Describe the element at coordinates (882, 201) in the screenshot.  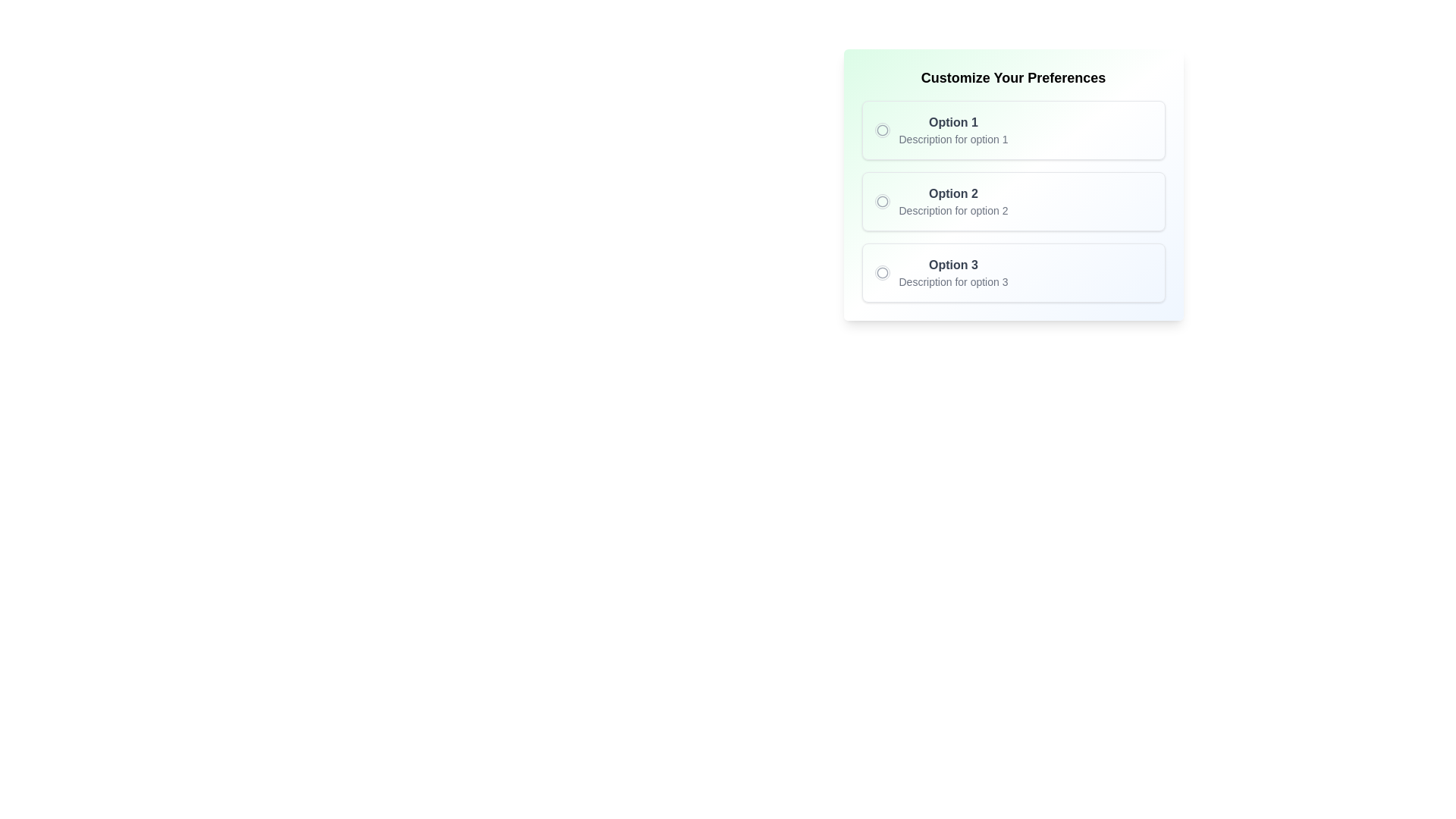
I see `the radio button for 'Option 2'` at that location.